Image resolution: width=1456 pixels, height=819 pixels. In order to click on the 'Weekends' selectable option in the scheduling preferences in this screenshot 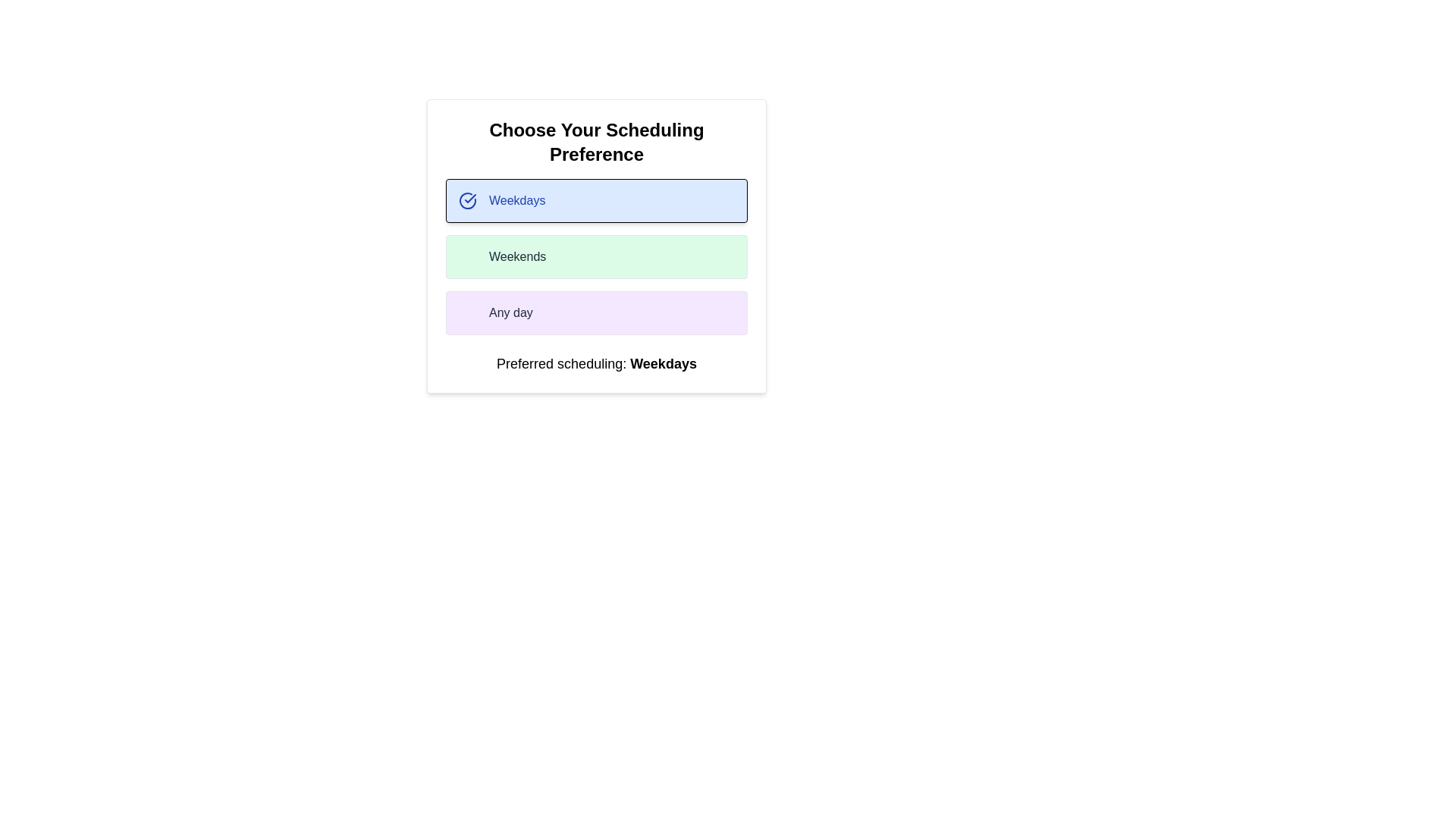, I will do `click(596, 256)`.